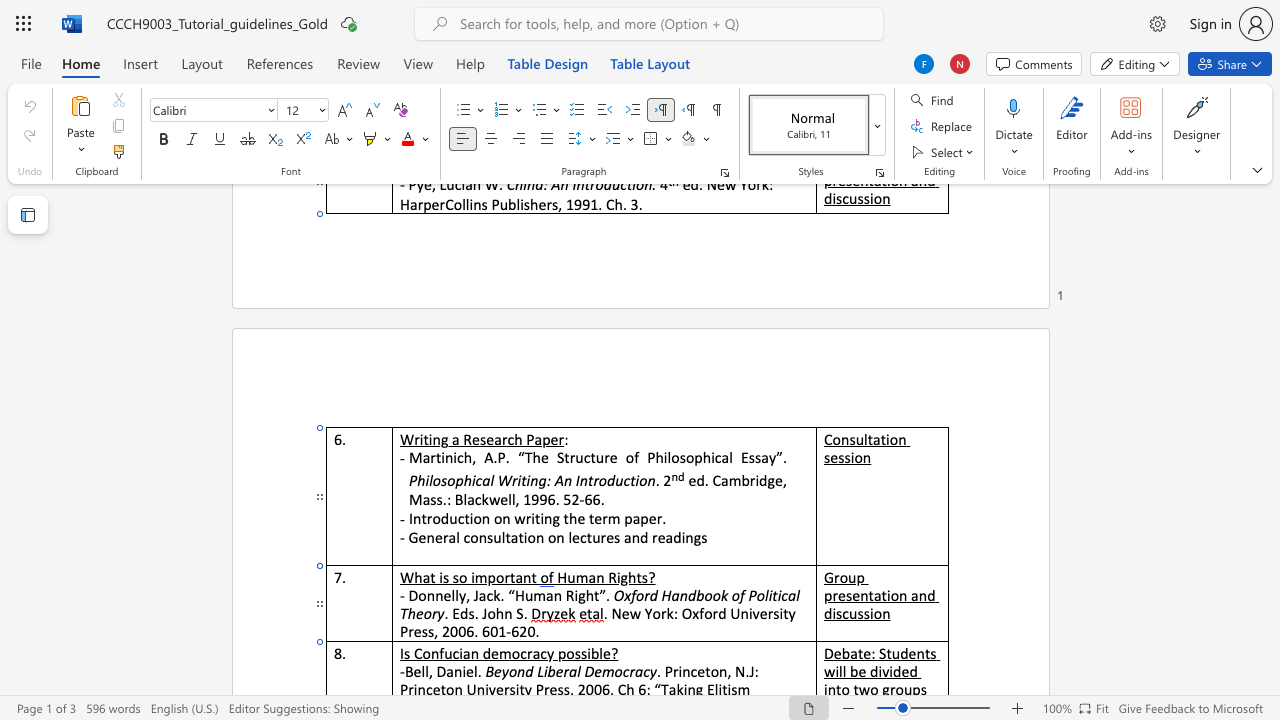 The height and width of the screenshot is (720, 1280). What do you see at coordinates (845, 612) in the screenshot?
I see `the 1th character "c" in the text` at bounding box center [845, 612].